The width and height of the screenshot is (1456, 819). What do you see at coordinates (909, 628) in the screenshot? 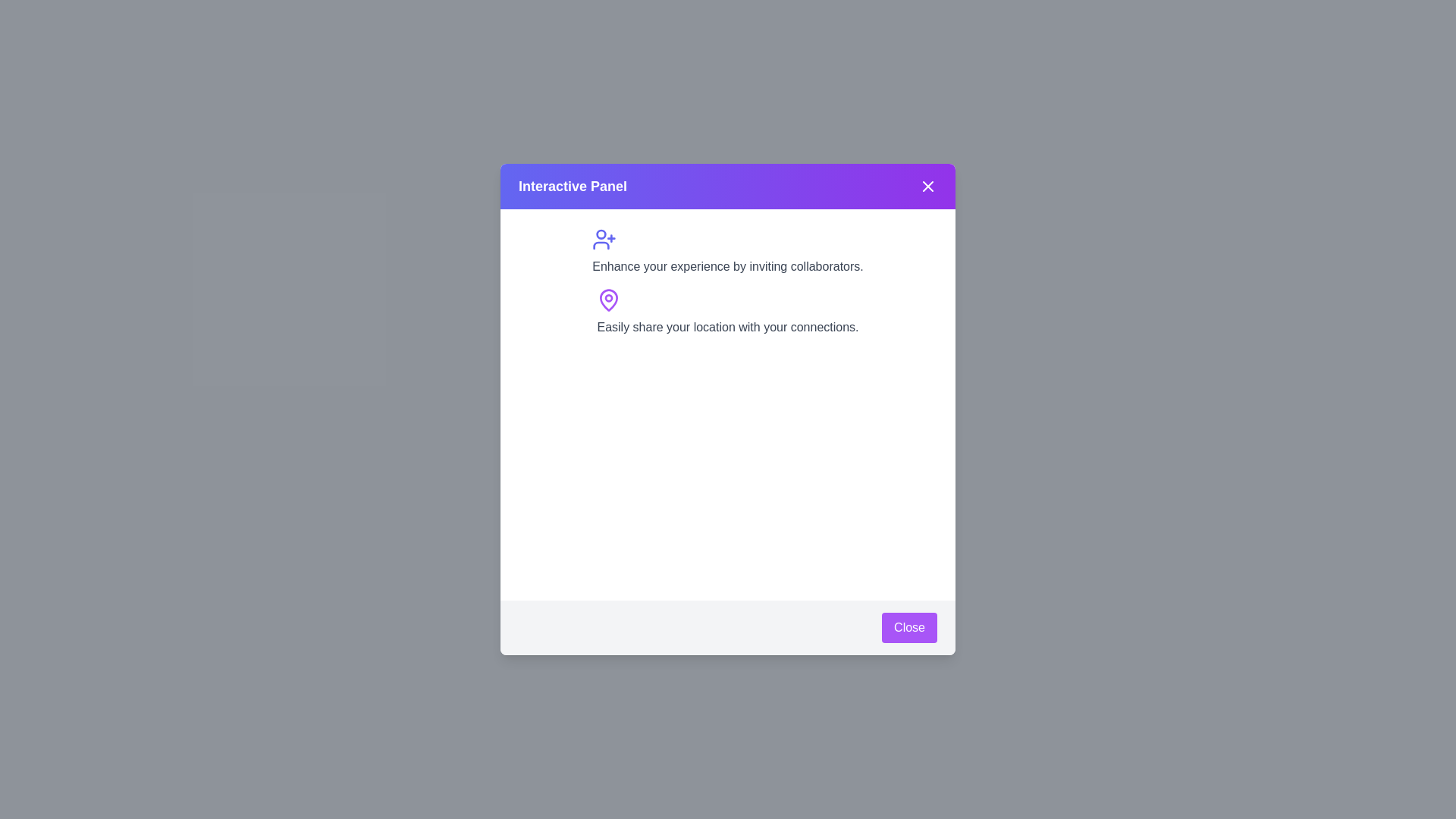
I see `the 'Close' button with a purple background located in the bottom-right corner of the modal` at bounding box center [909, 628].